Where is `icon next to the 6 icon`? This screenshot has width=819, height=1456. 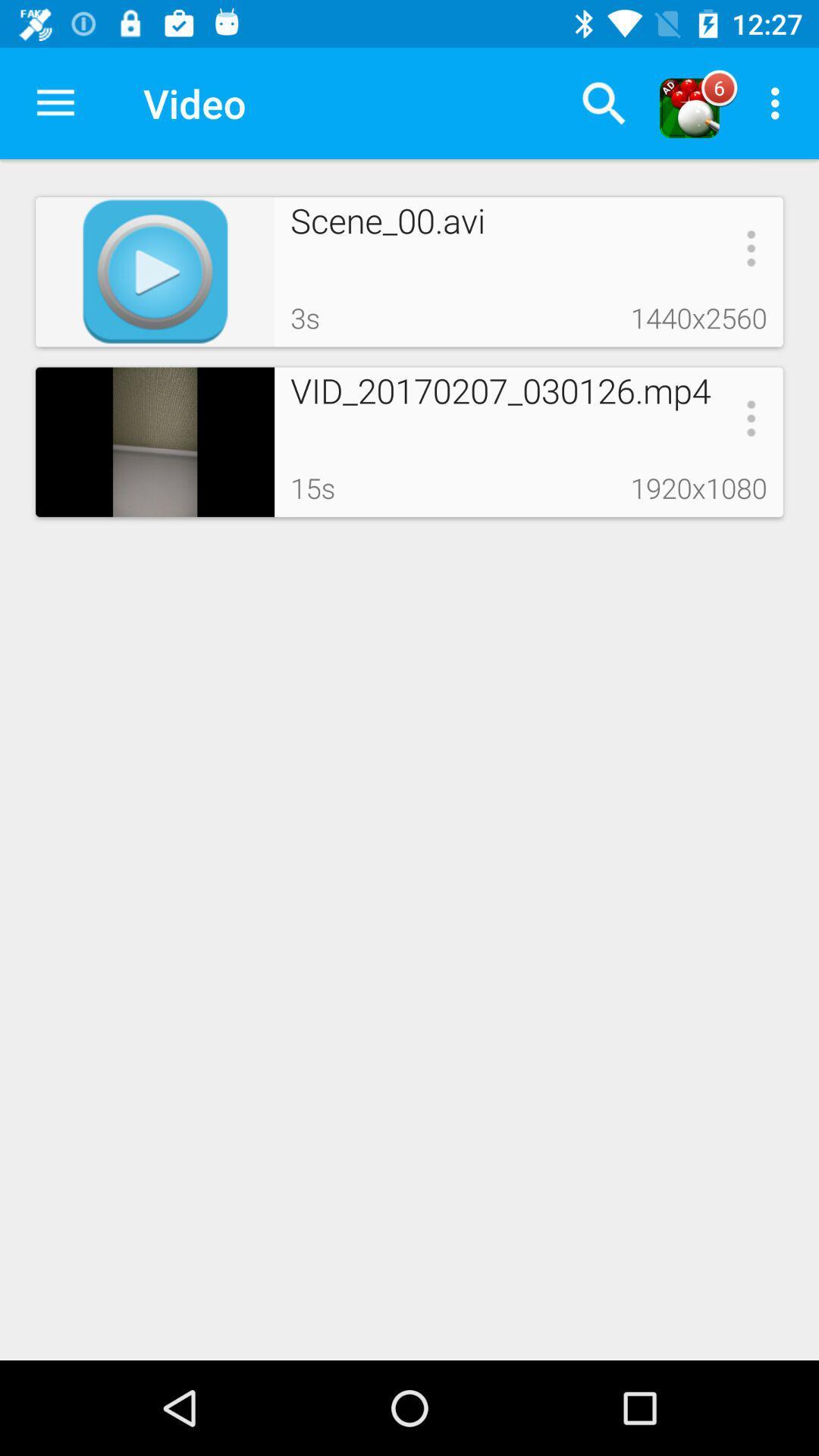 icon next to the 6 icon is located at coordinates (779, 102).